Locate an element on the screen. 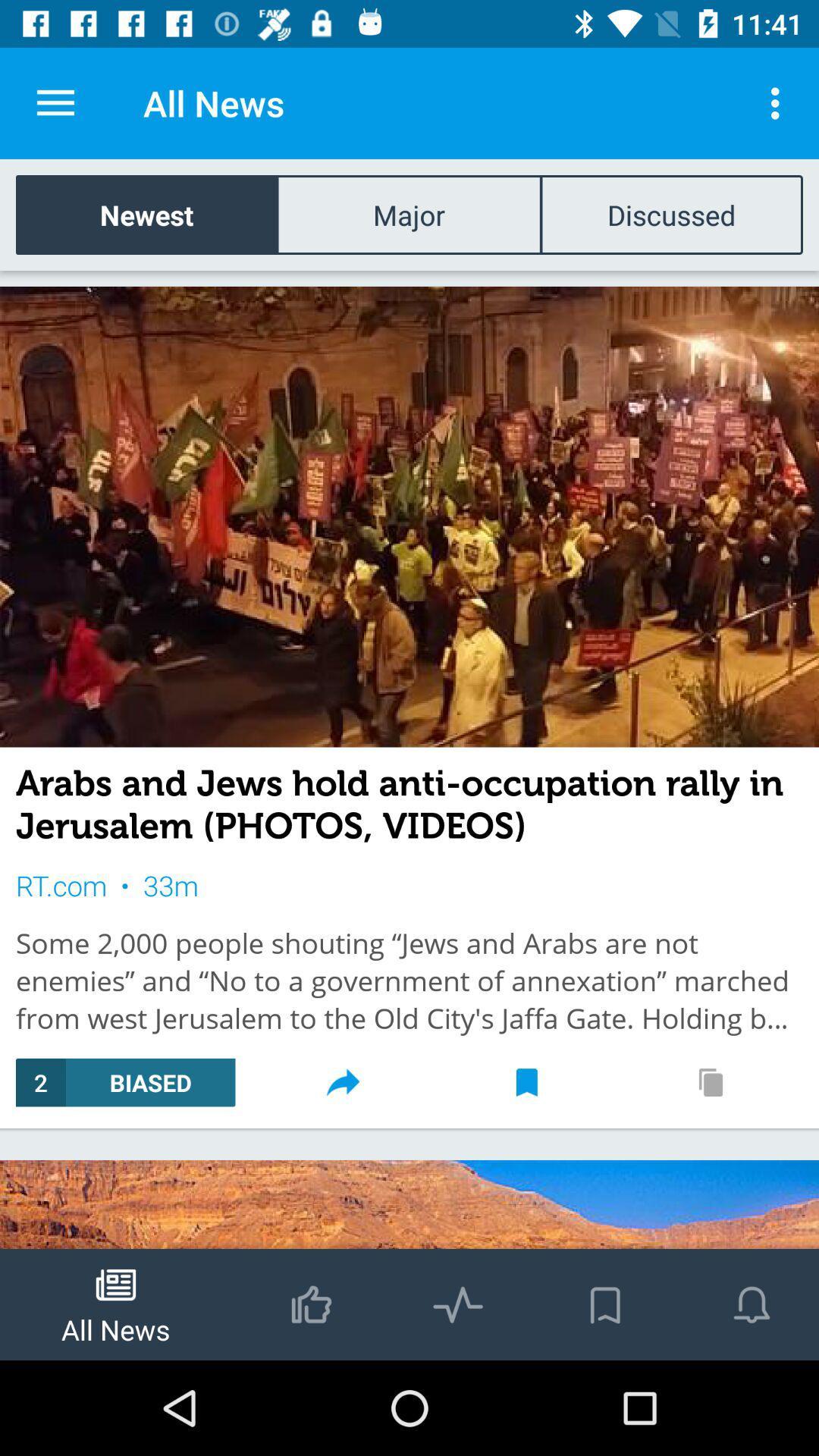  the item to the right of newest icon is located at coordinates (408, 214).